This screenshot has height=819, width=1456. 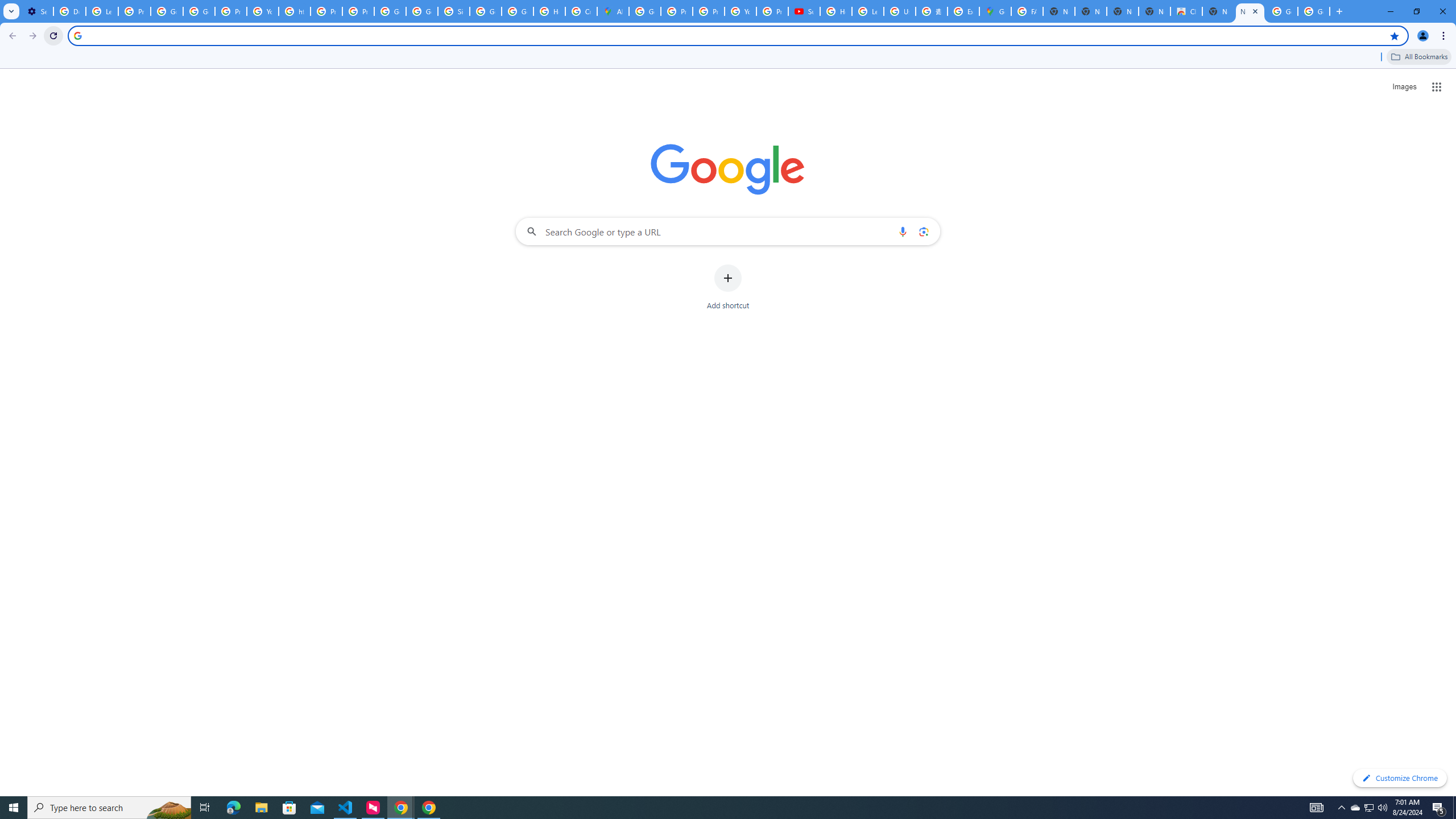 I want to click on 'Delete photos & videos - Computer - Google Photos Help', so click(x=69, y=11).